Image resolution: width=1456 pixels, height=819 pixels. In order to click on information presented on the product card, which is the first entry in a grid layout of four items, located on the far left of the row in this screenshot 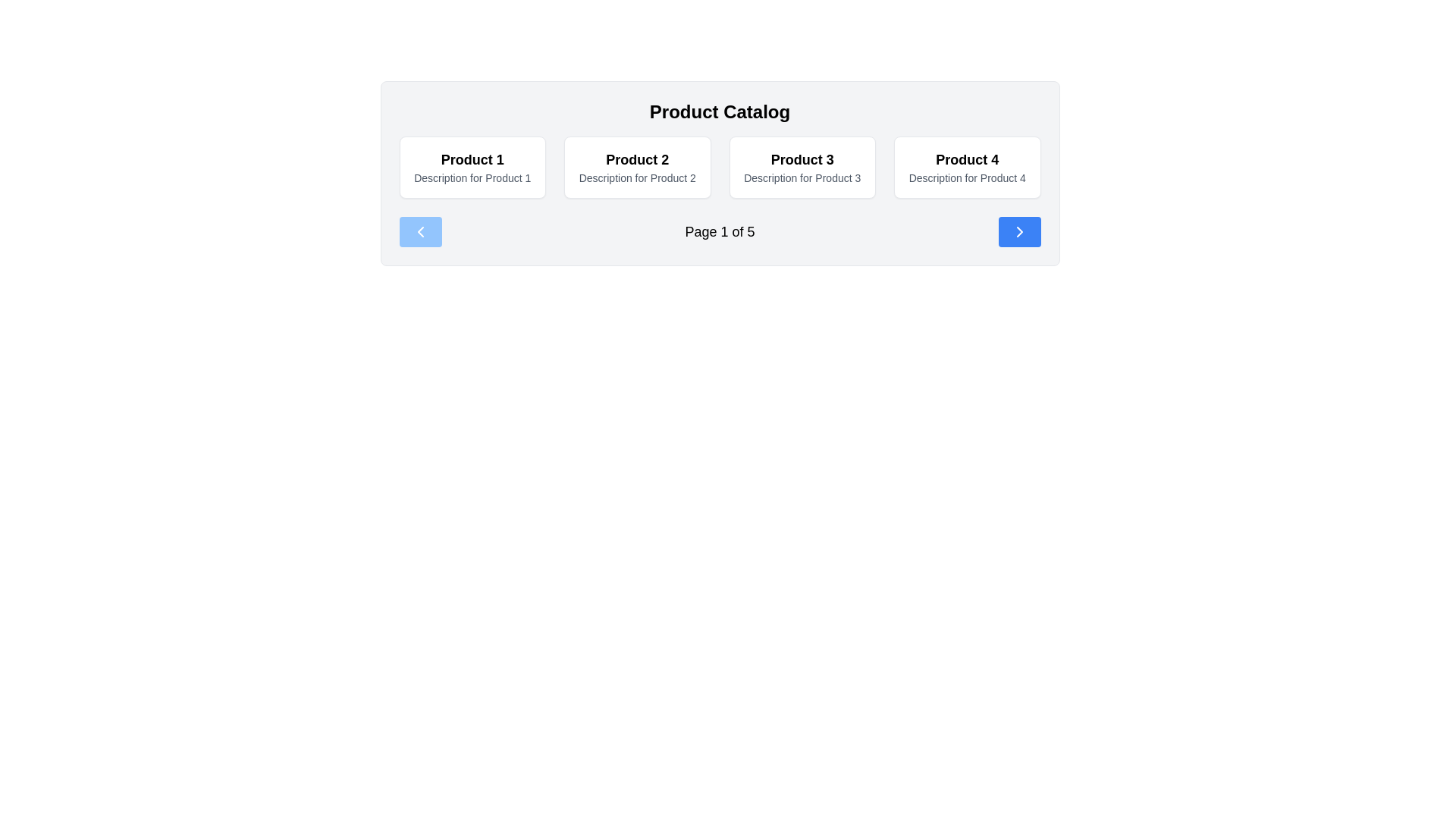, I will do `click(472, 167)`.